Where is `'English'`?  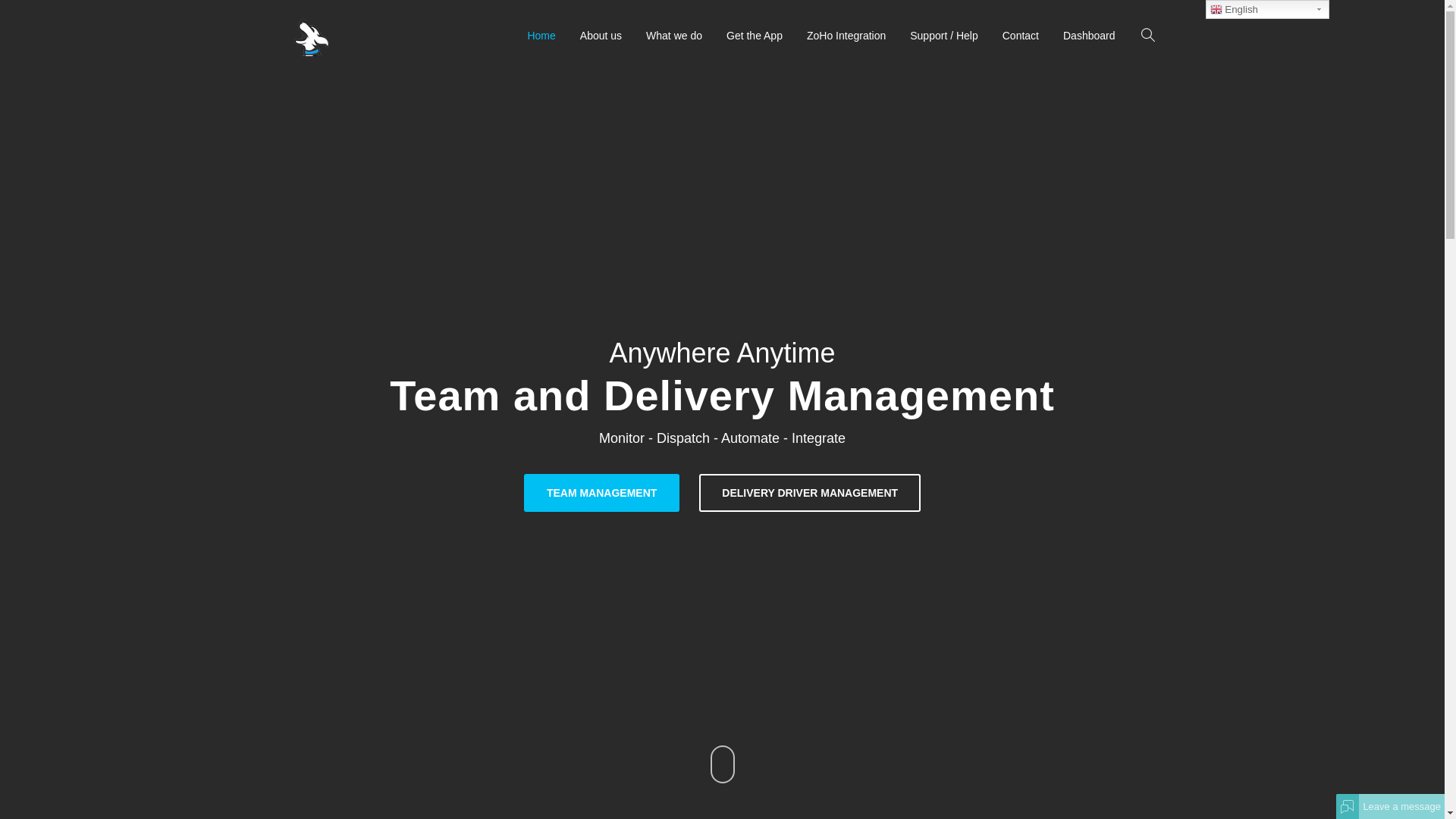 'English' is located at coordinates (1267, 9).